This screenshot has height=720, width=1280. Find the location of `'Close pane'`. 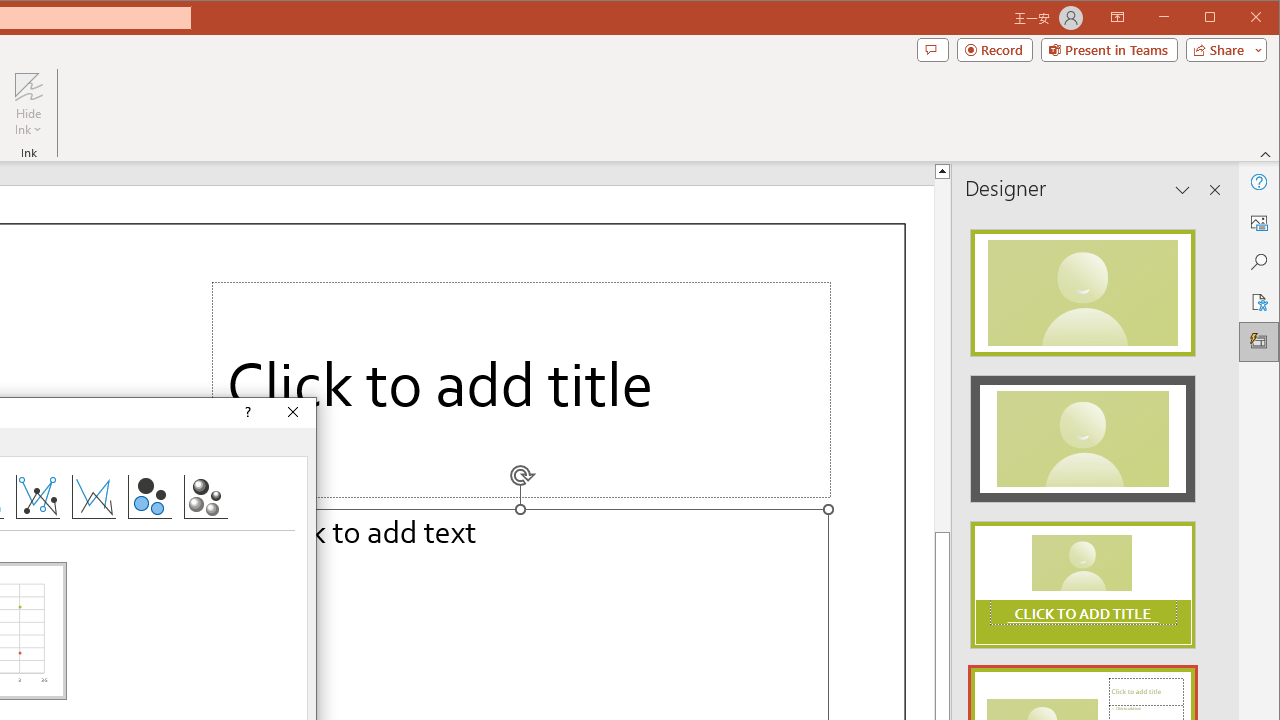

'Close pane' is located at coordinates (1214, 190).